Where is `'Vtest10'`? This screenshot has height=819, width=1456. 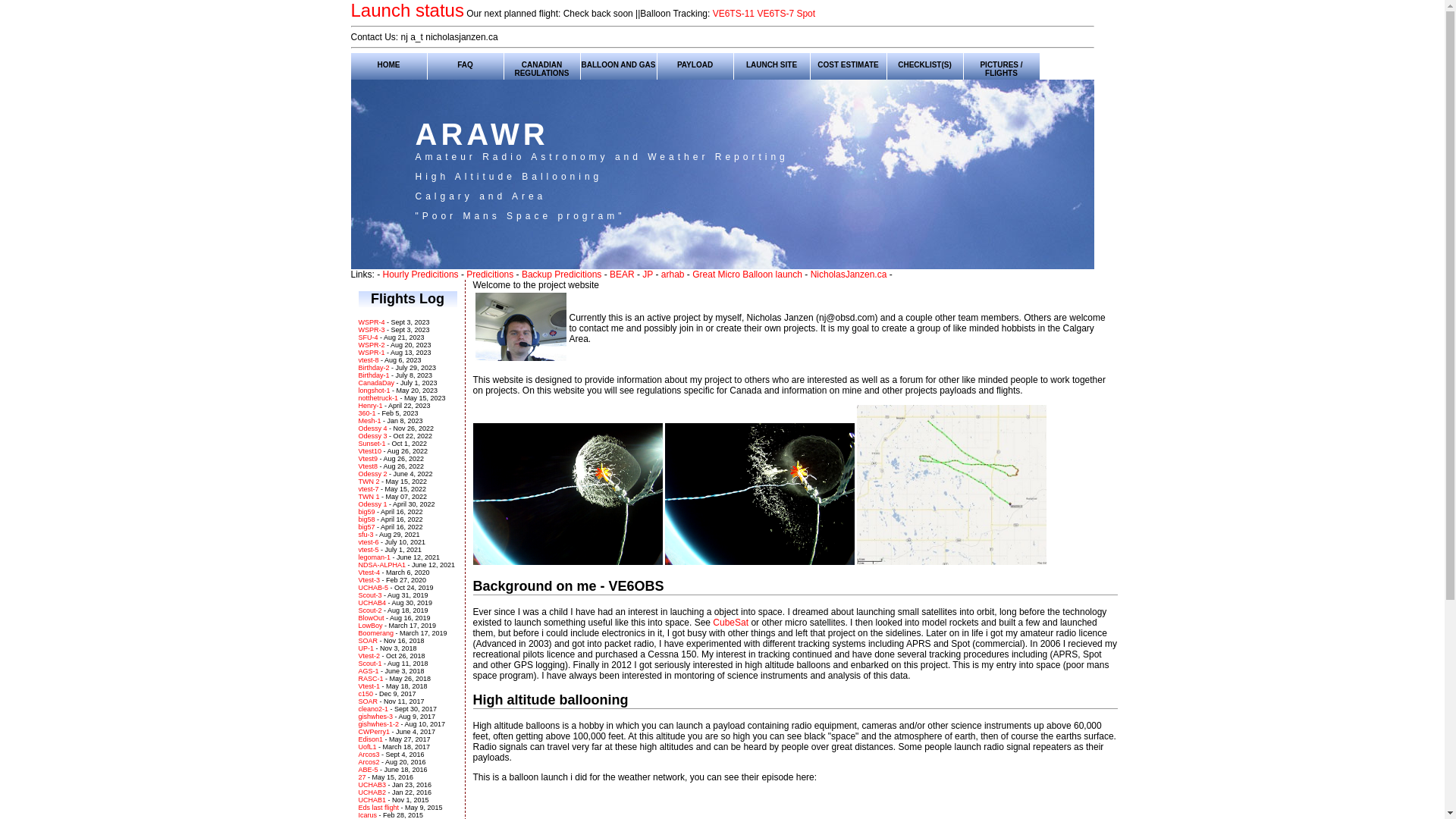
'Vtest10' is located at coordinates (369, 450).